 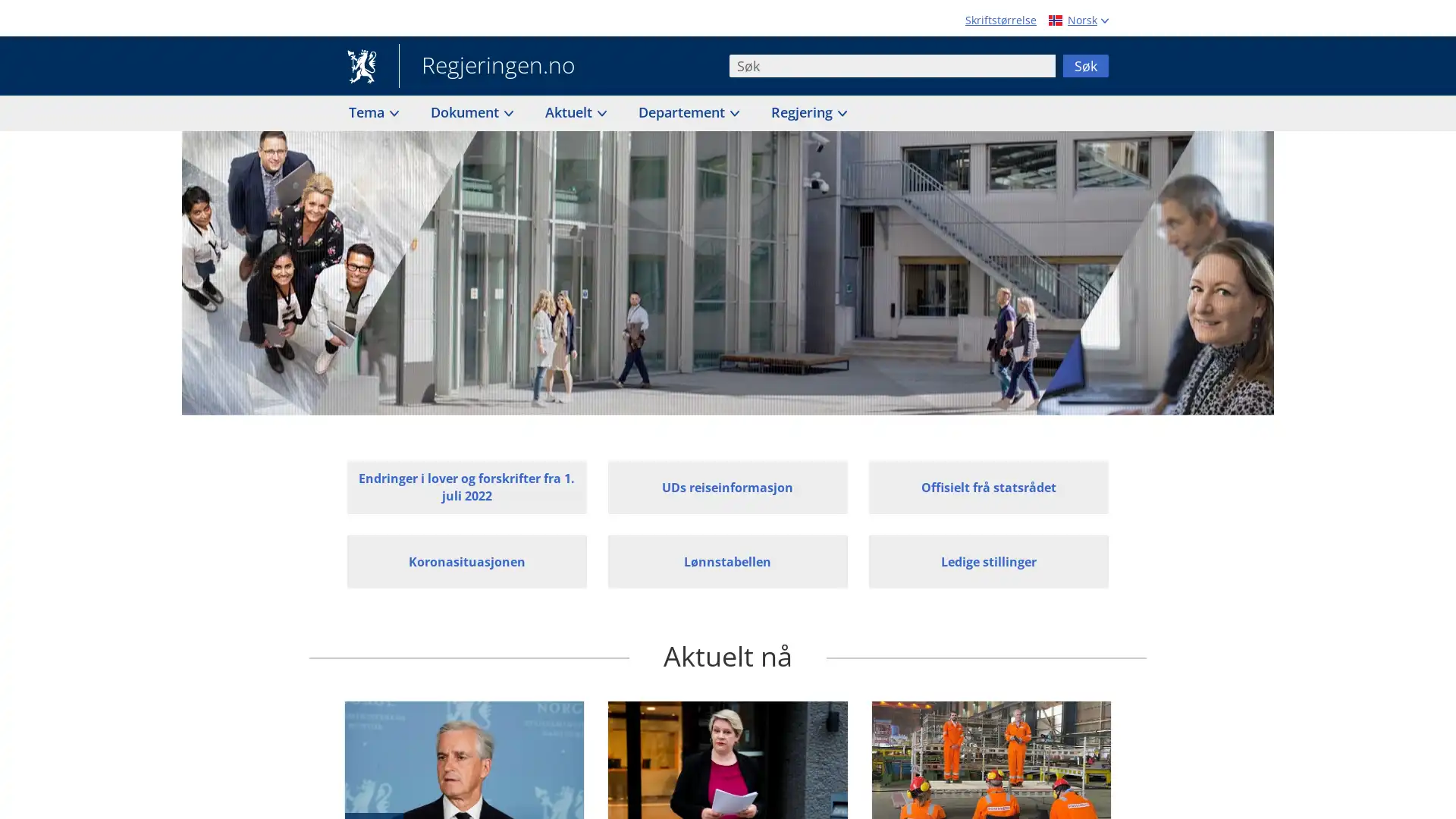 I want to click on Tema, so click(x=372, y=111).